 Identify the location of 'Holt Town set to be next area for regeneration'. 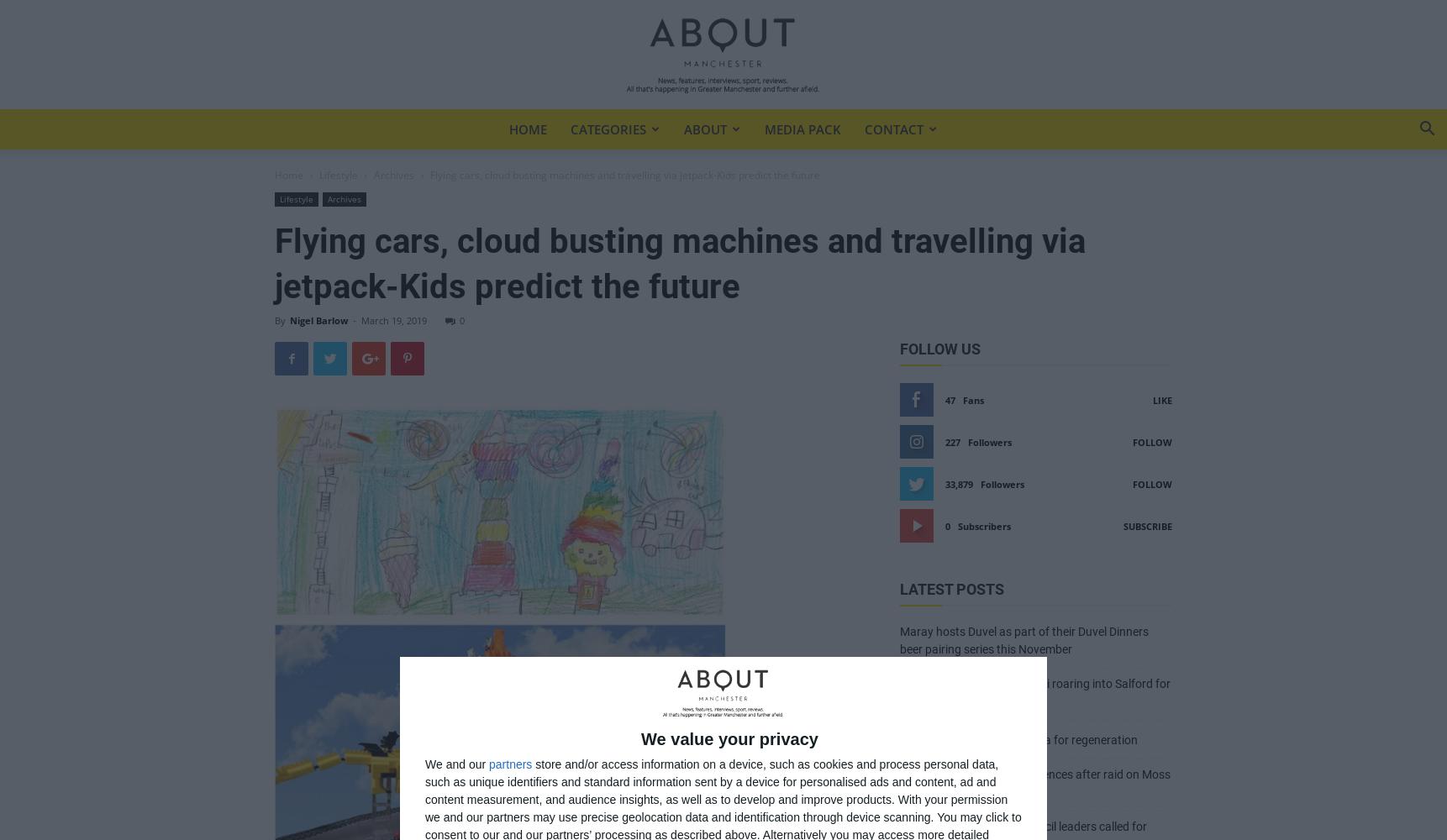
(1018, 740).